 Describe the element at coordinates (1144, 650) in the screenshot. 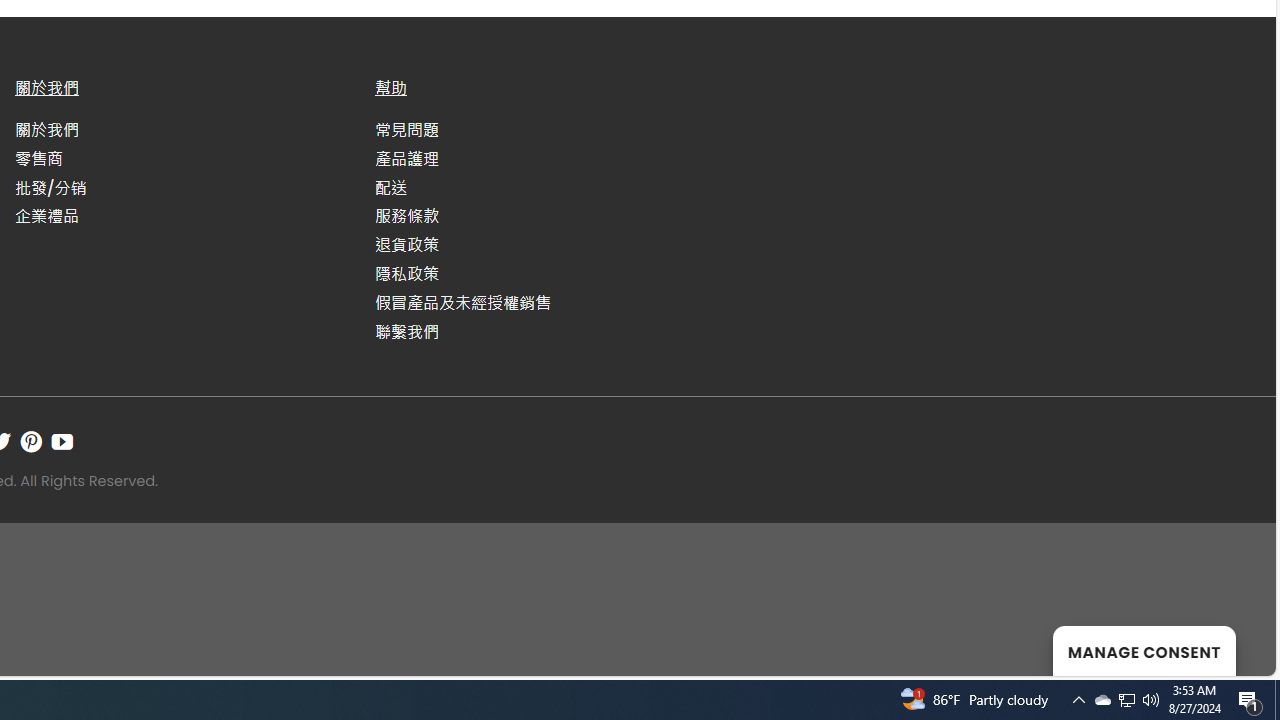

I see `'MANAGE CONSENT'` at that location.